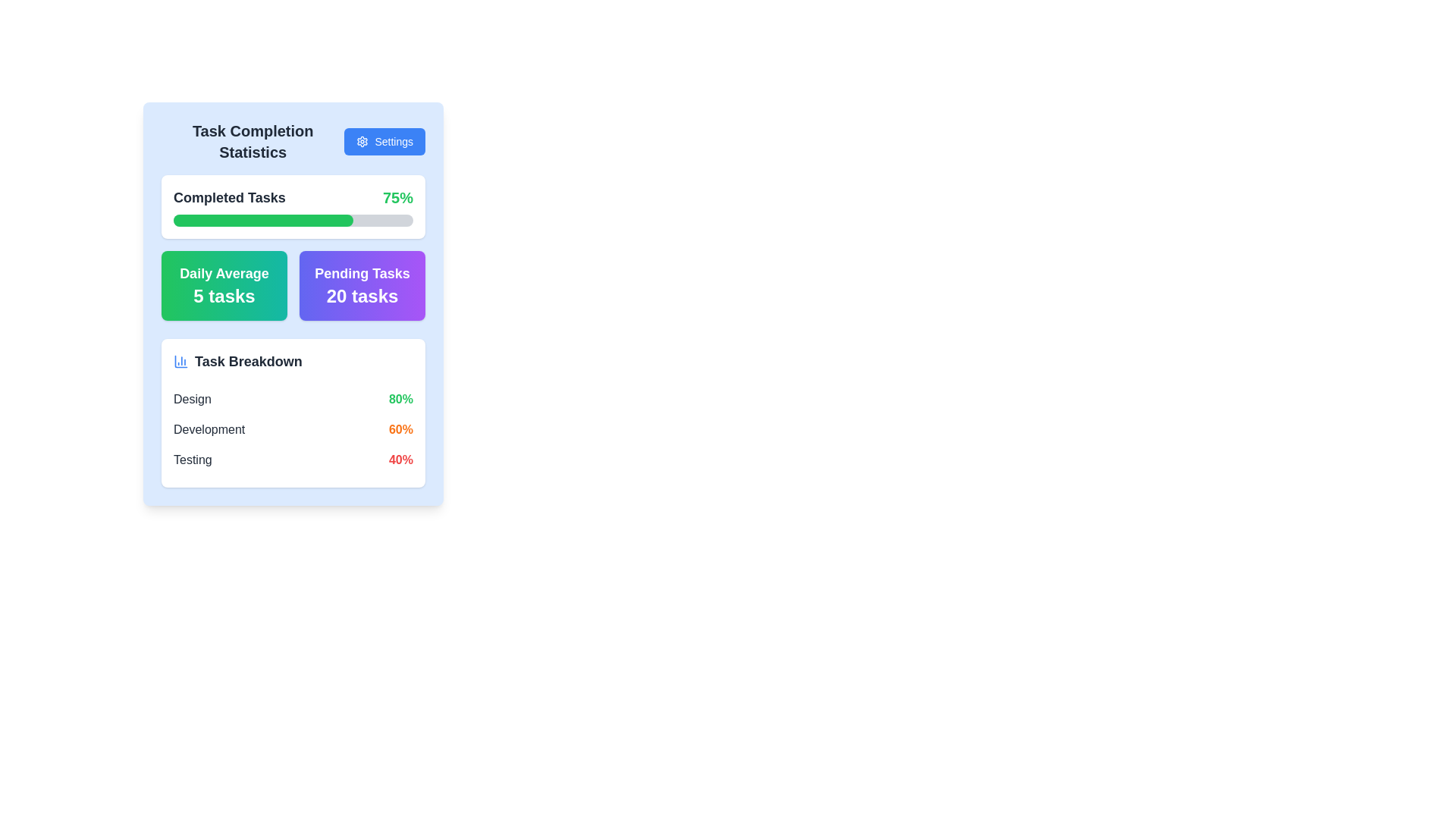 The width and height of the screenshot is (1456, 819). Describe the element at coordinates (191, 399) in the screenshot. I see `the 'Design' label in the task breakdown list, which is displayed in black color and is positioned to the left of the '80%' percentage indicator` at that location.